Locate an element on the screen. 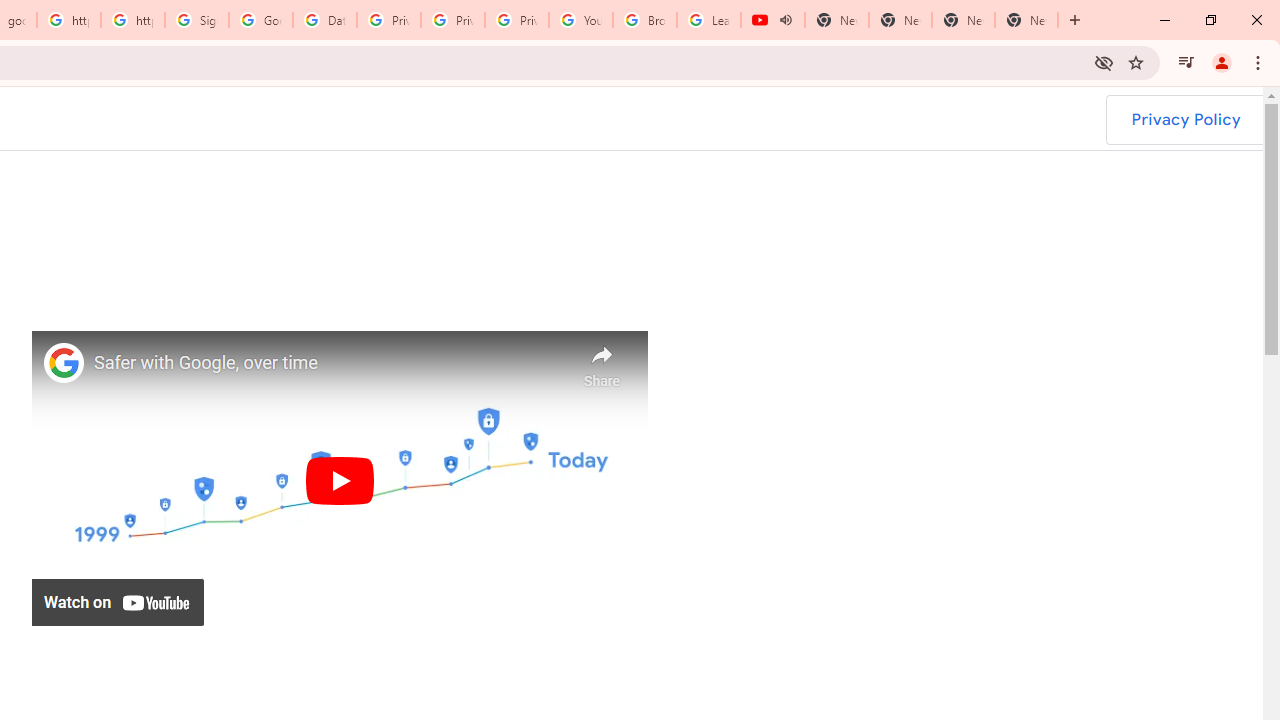  'Photo image of Google' is located at coordinates (64, 362).